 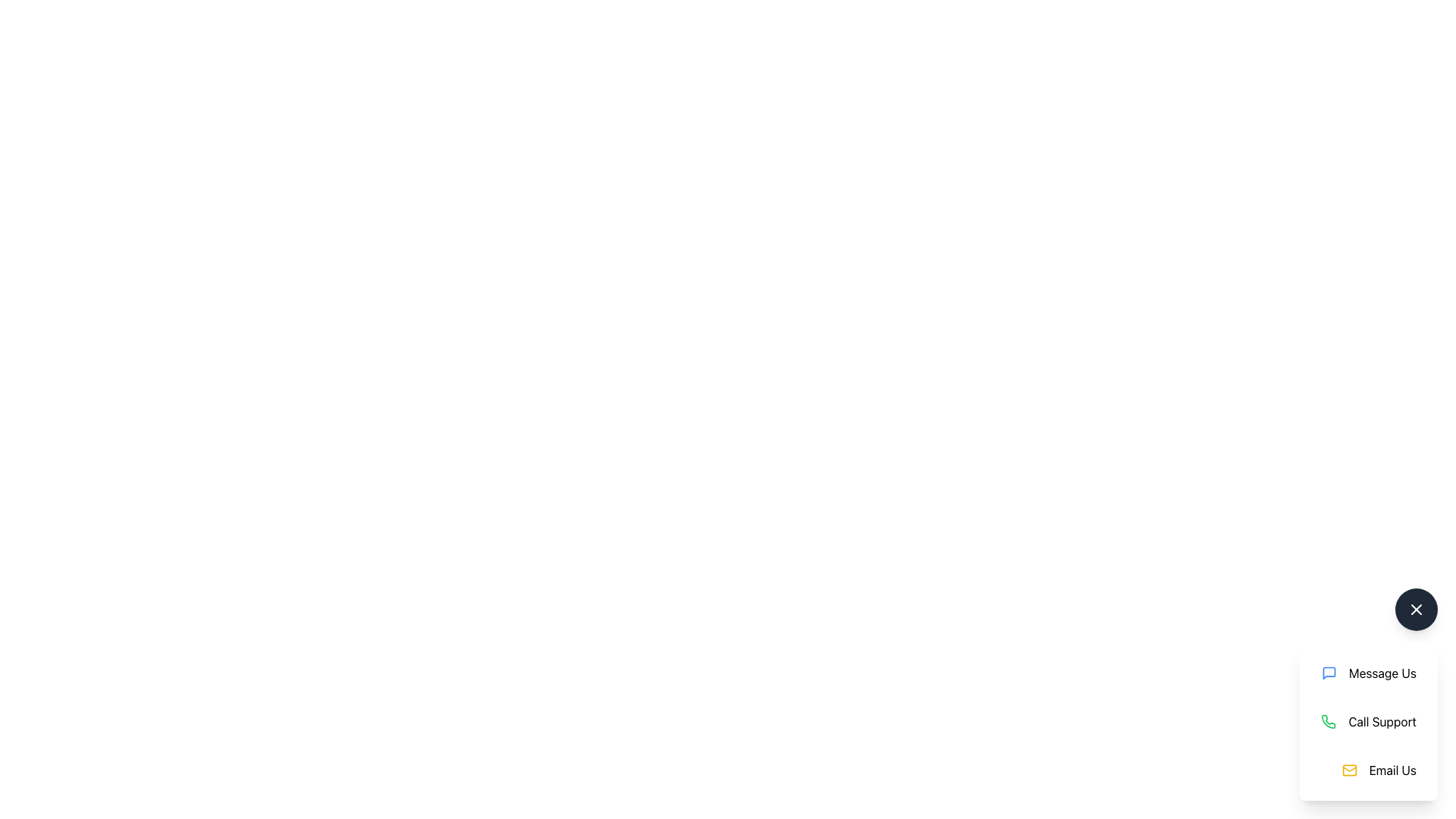 What do you see at coordinates (1369, 721) in the screenshot?
I see `the support button located between 'Message Us' and 'Email Us'` at bounding box center [1369, 721].